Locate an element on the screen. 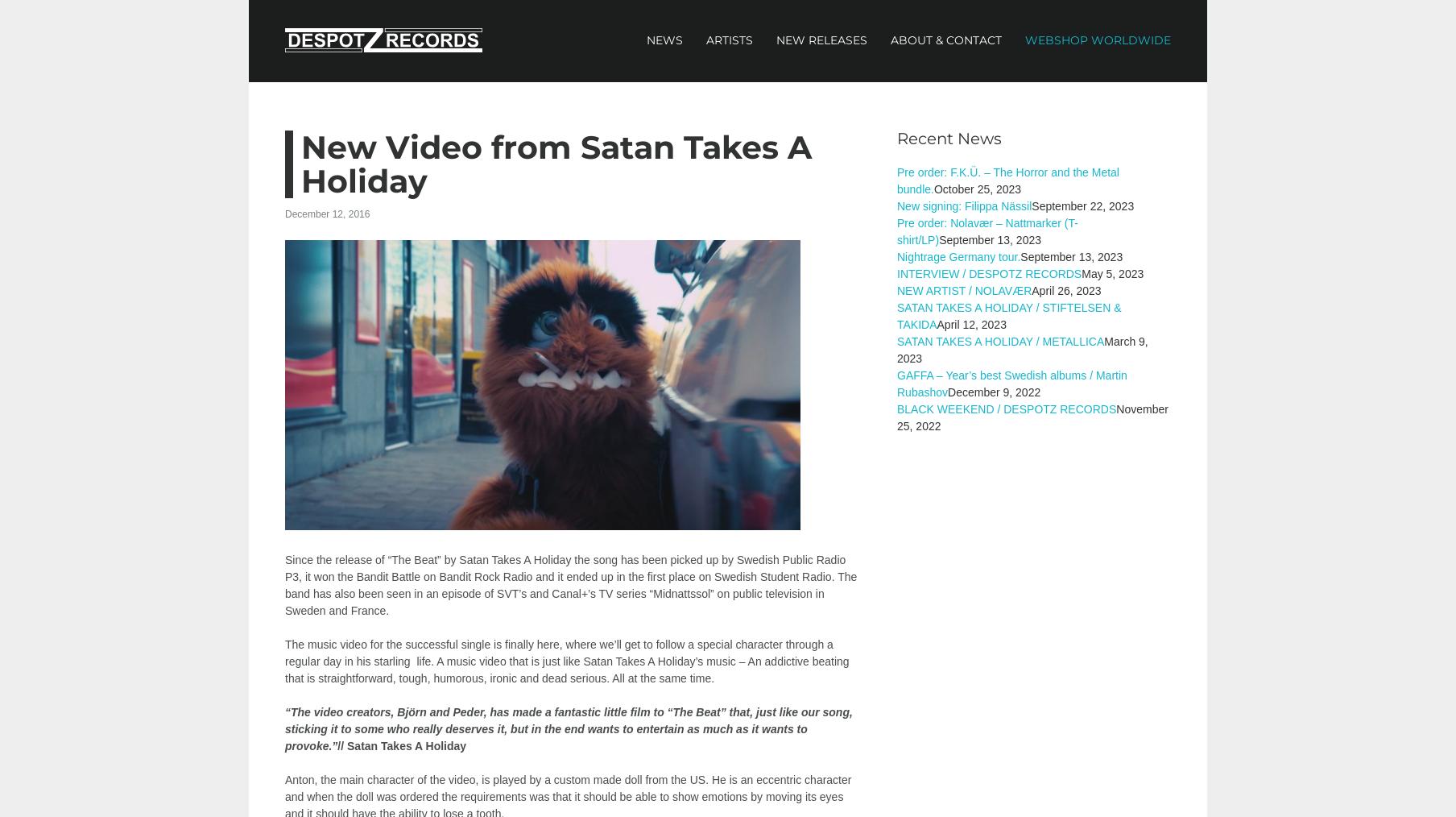  'December 12, 2016' is located at coordinates (326, 214).